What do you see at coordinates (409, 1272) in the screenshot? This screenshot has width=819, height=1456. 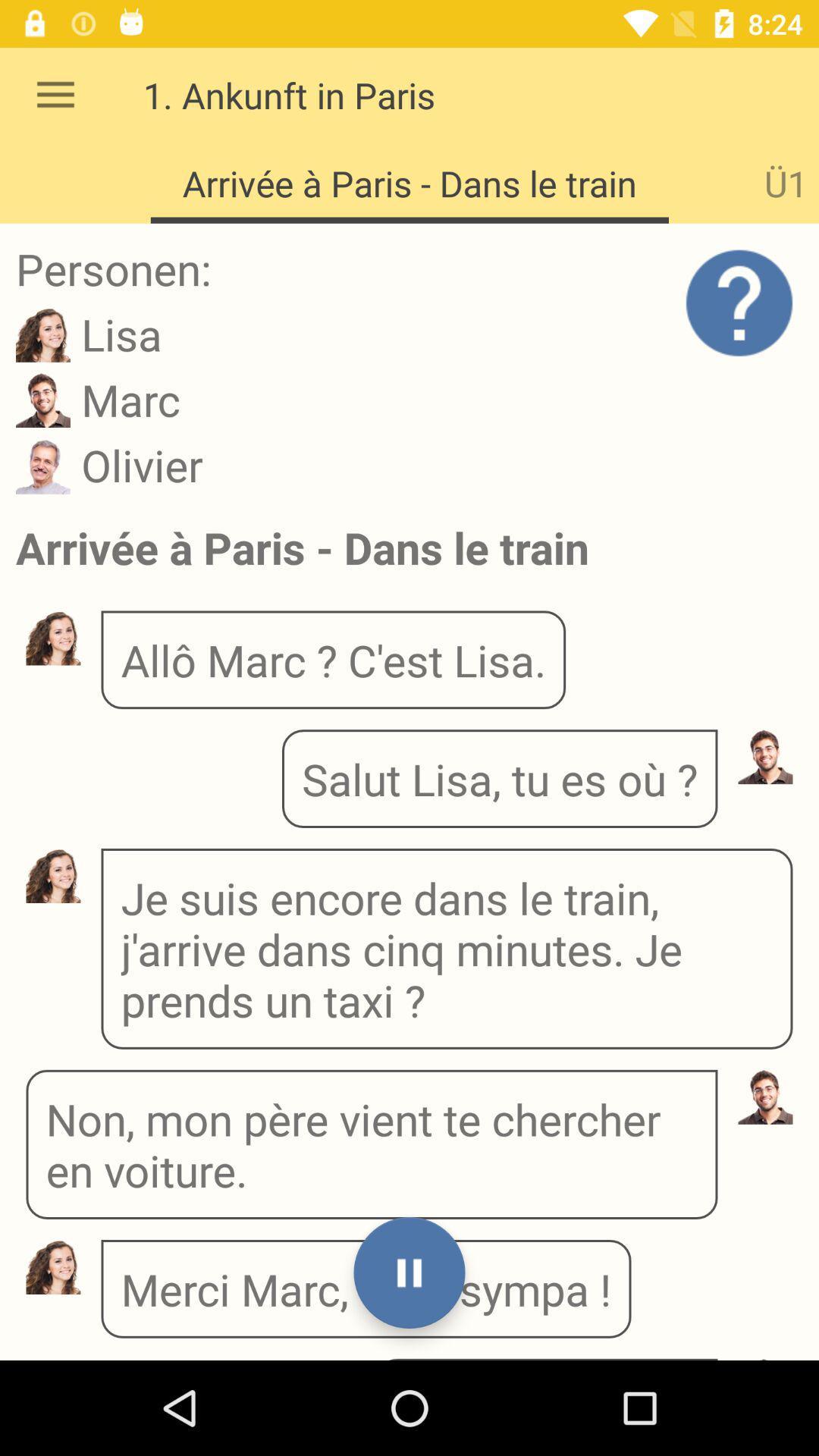 I see `the pause icon` at bounding box center [409, 1272].